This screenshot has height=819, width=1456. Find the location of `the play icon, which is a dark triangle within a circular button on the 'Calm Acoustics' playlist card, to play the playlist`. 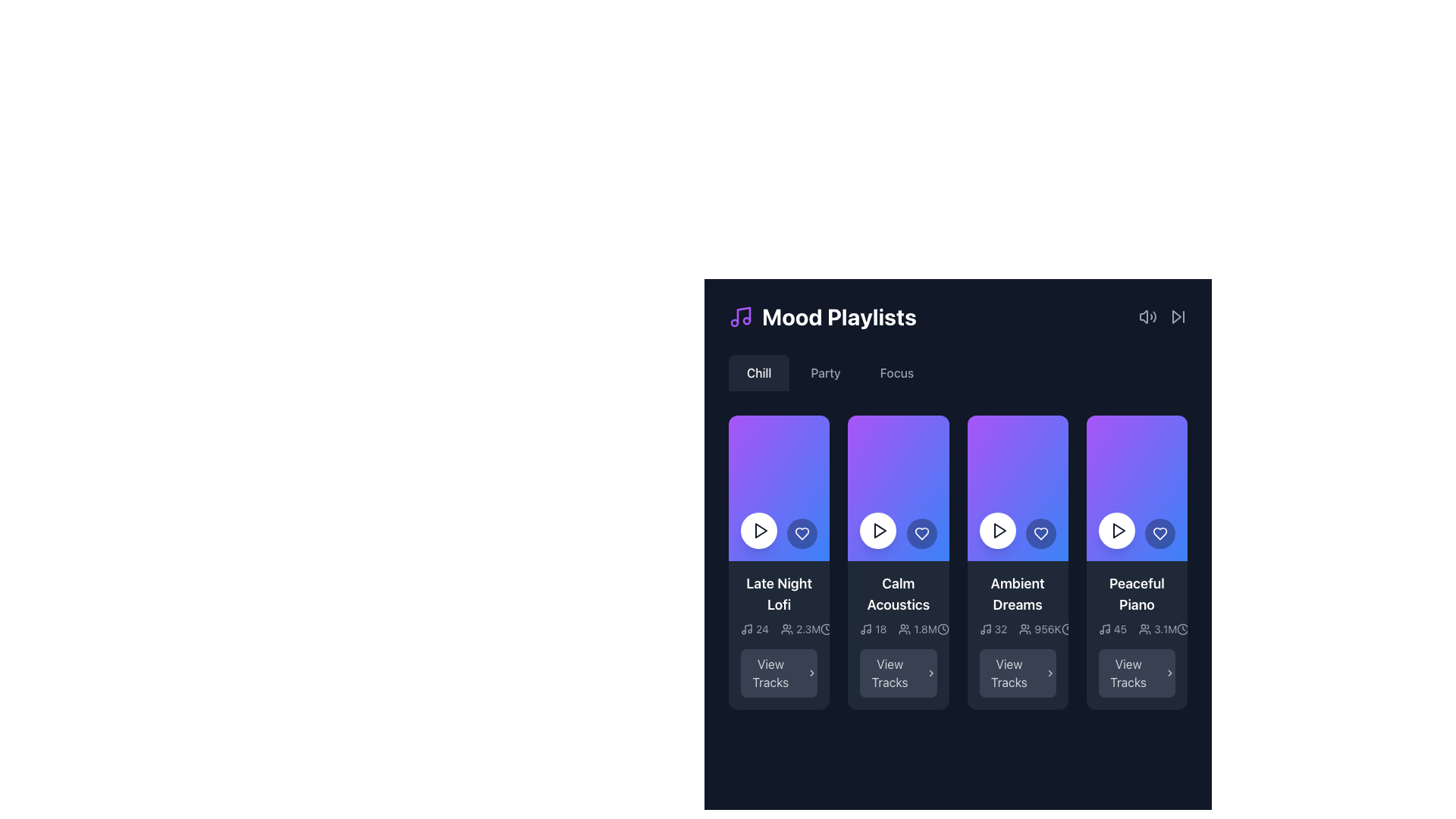

the play icon, which is a dark triangle within a circular button on the 'Calm Acoustics' playlist card, to play the playlist is located at coordinates (880, 529).